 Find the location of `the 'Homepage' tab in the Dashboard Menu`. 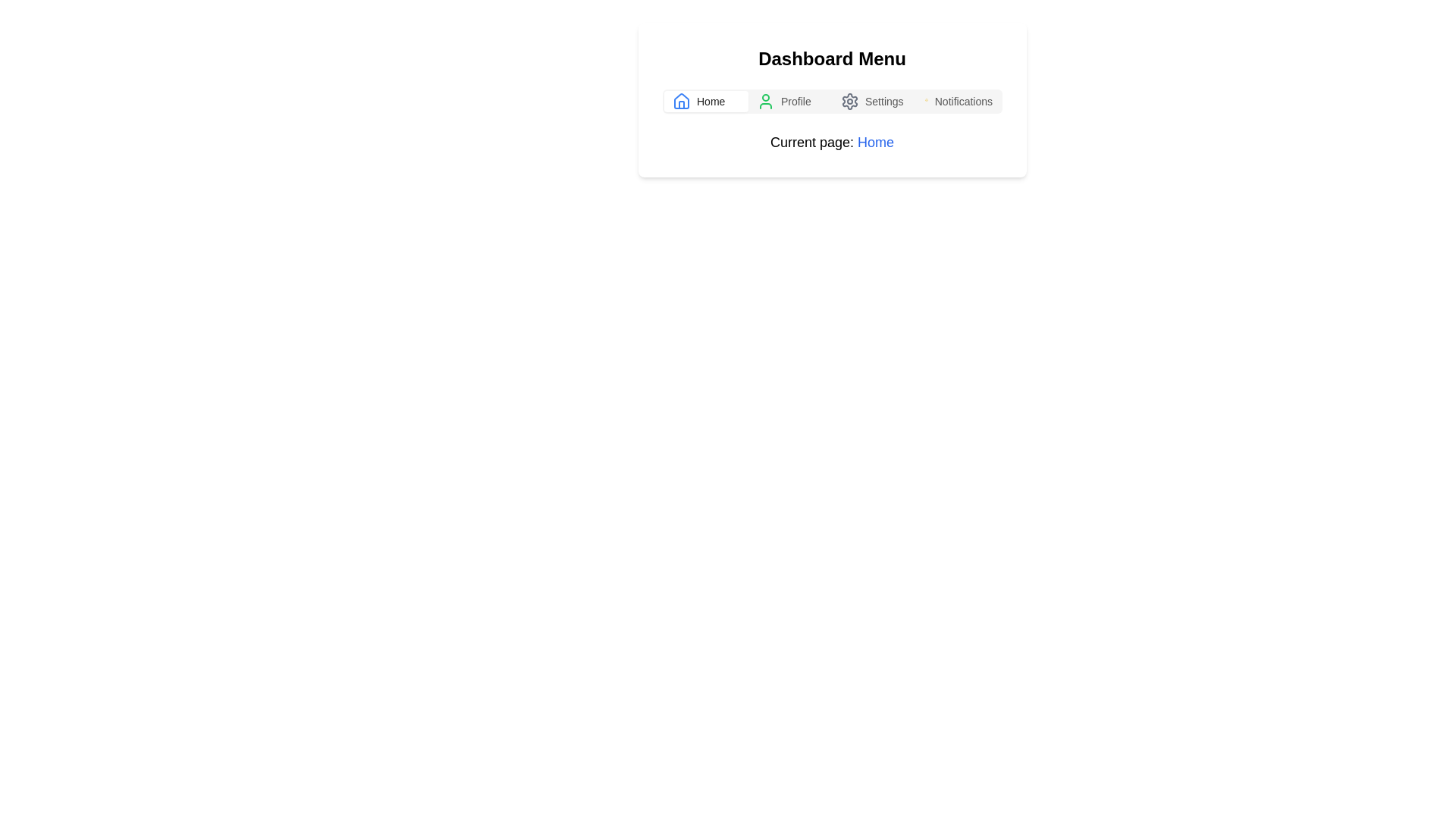

the 'Homepage' tab in the Dashboard Menu is located at coordinates (705, 102).